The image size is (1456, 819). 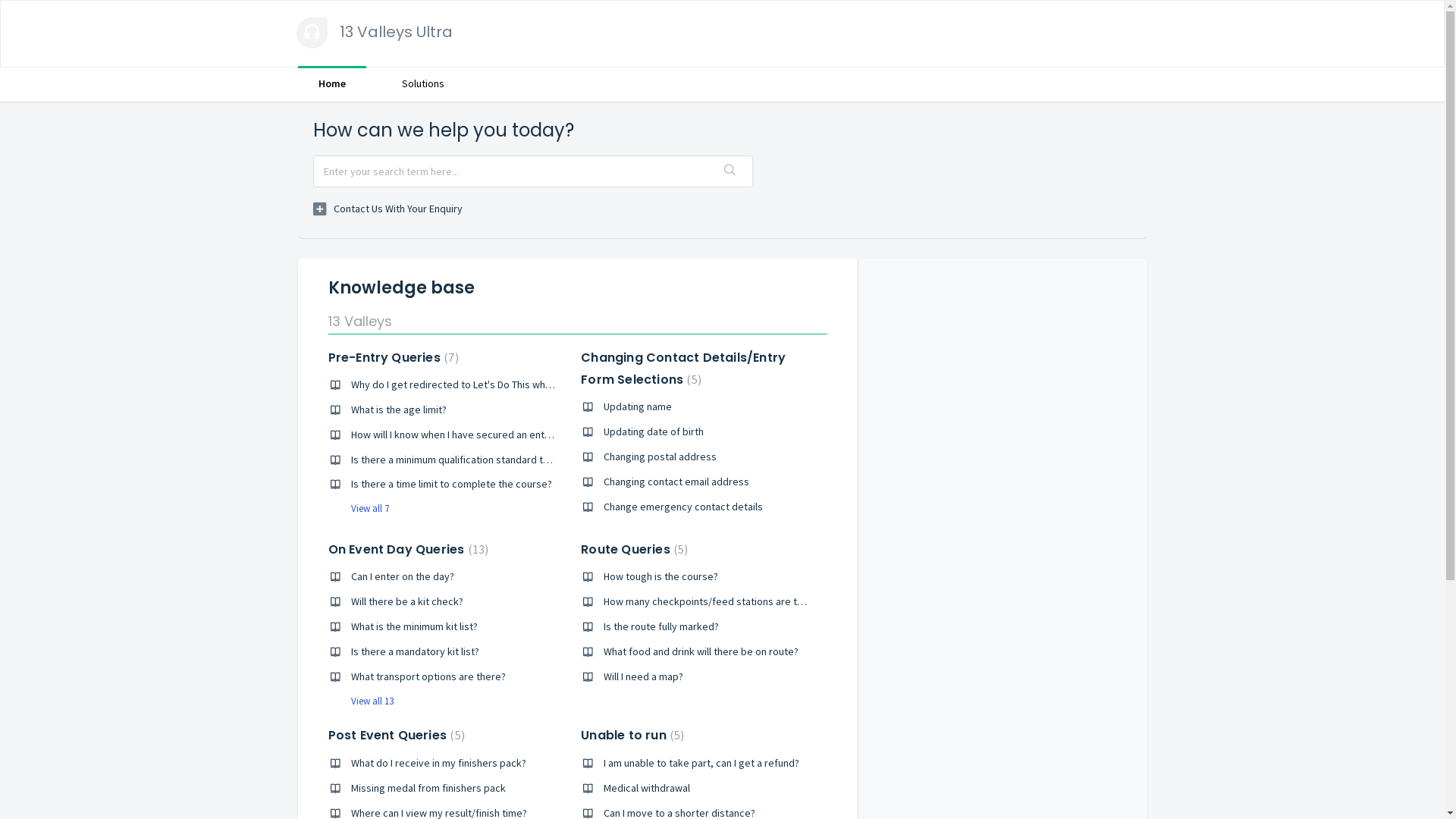 I want to click on 'Changing Contact Details/Entry Form Selections 5', so click(x=682, y=369).